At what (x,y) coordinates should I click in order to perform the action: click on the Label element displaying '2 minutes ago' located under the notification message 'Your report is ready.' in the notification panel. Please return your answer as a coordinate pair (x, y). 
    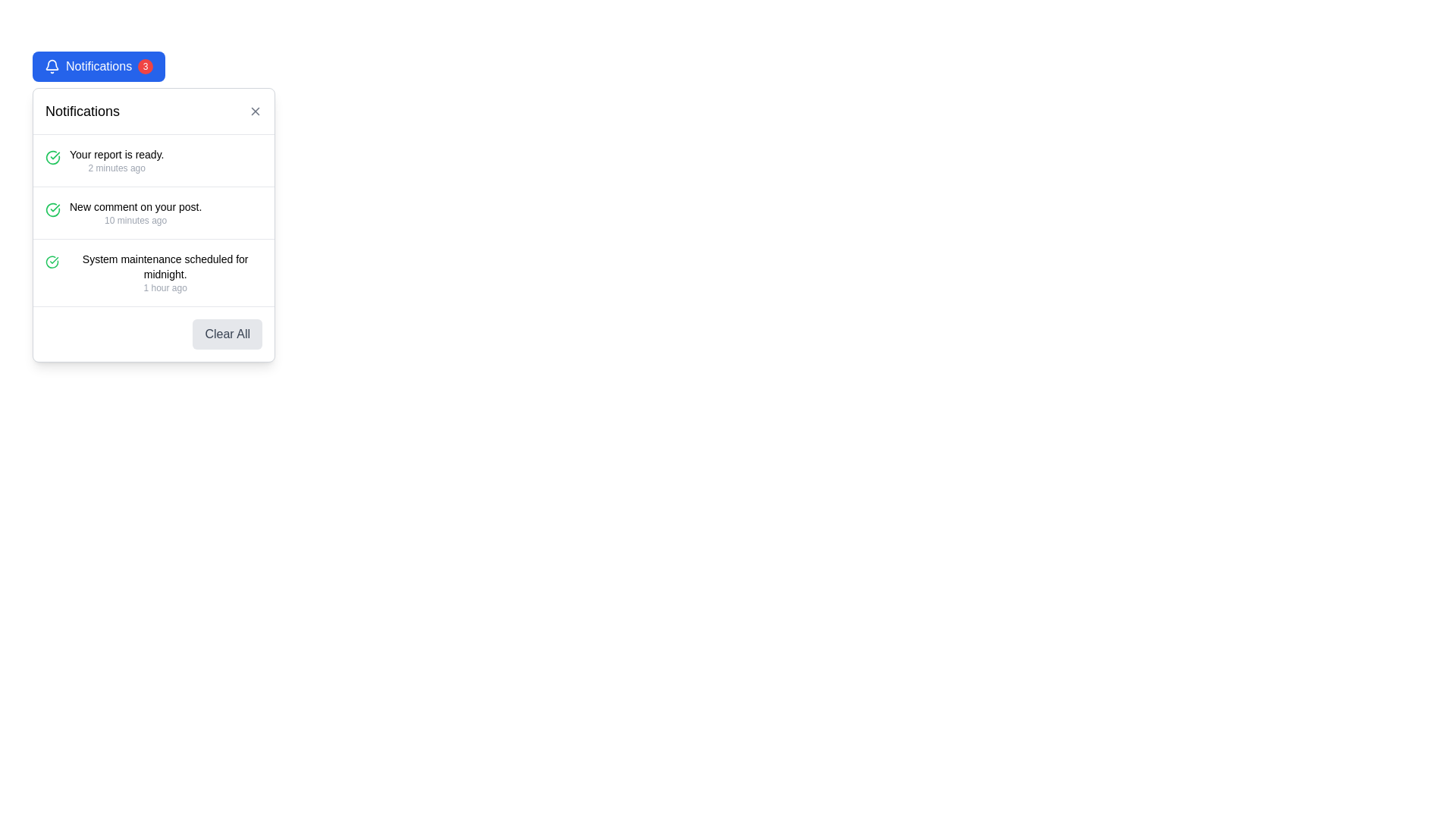
    Looking at the image, I should click on (116, 168).